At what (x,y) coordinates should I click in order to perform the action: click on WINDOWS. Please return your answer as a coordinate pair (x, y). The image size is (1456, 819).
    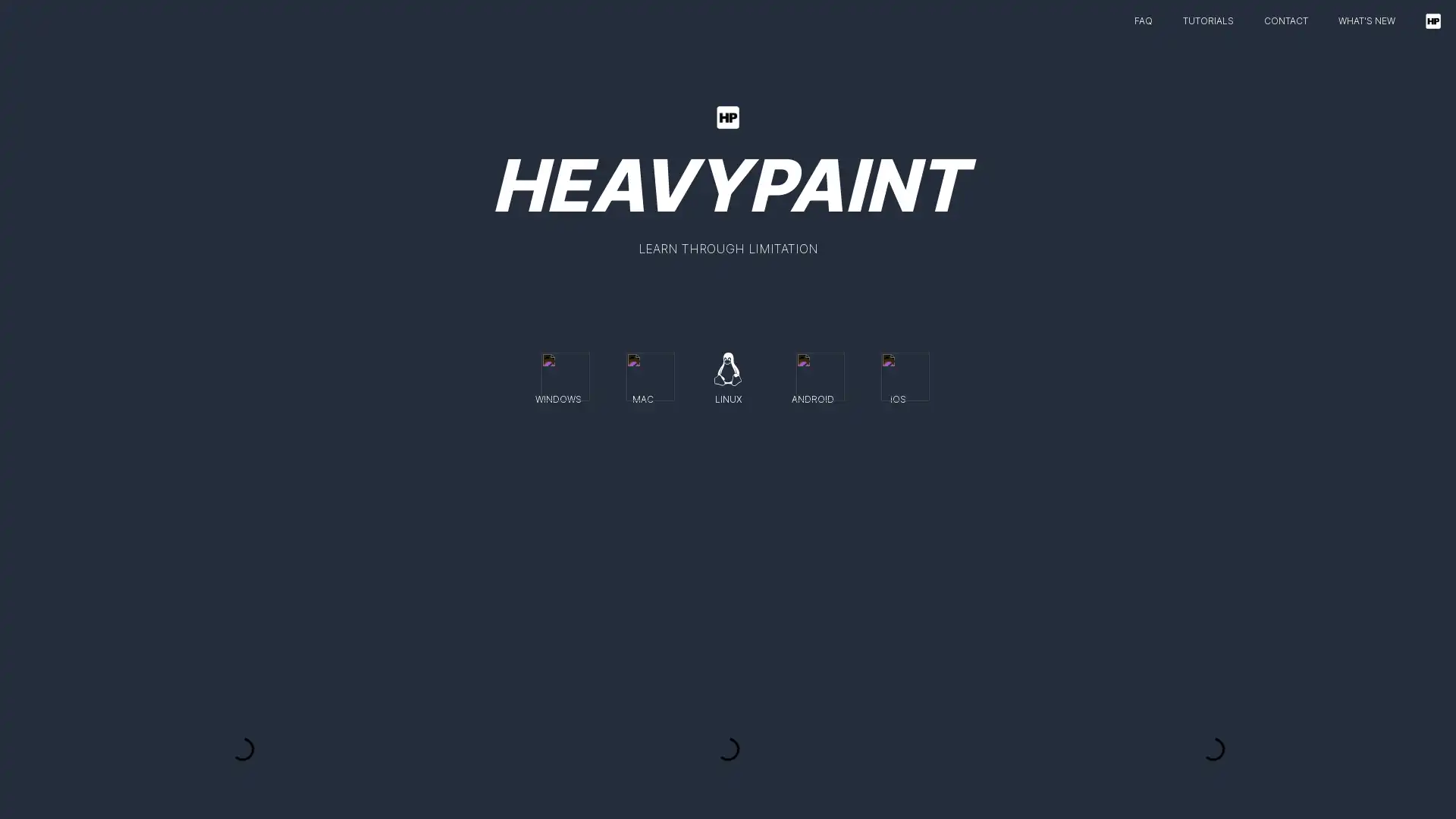
    Looking at the image, I should click on (557, 374).